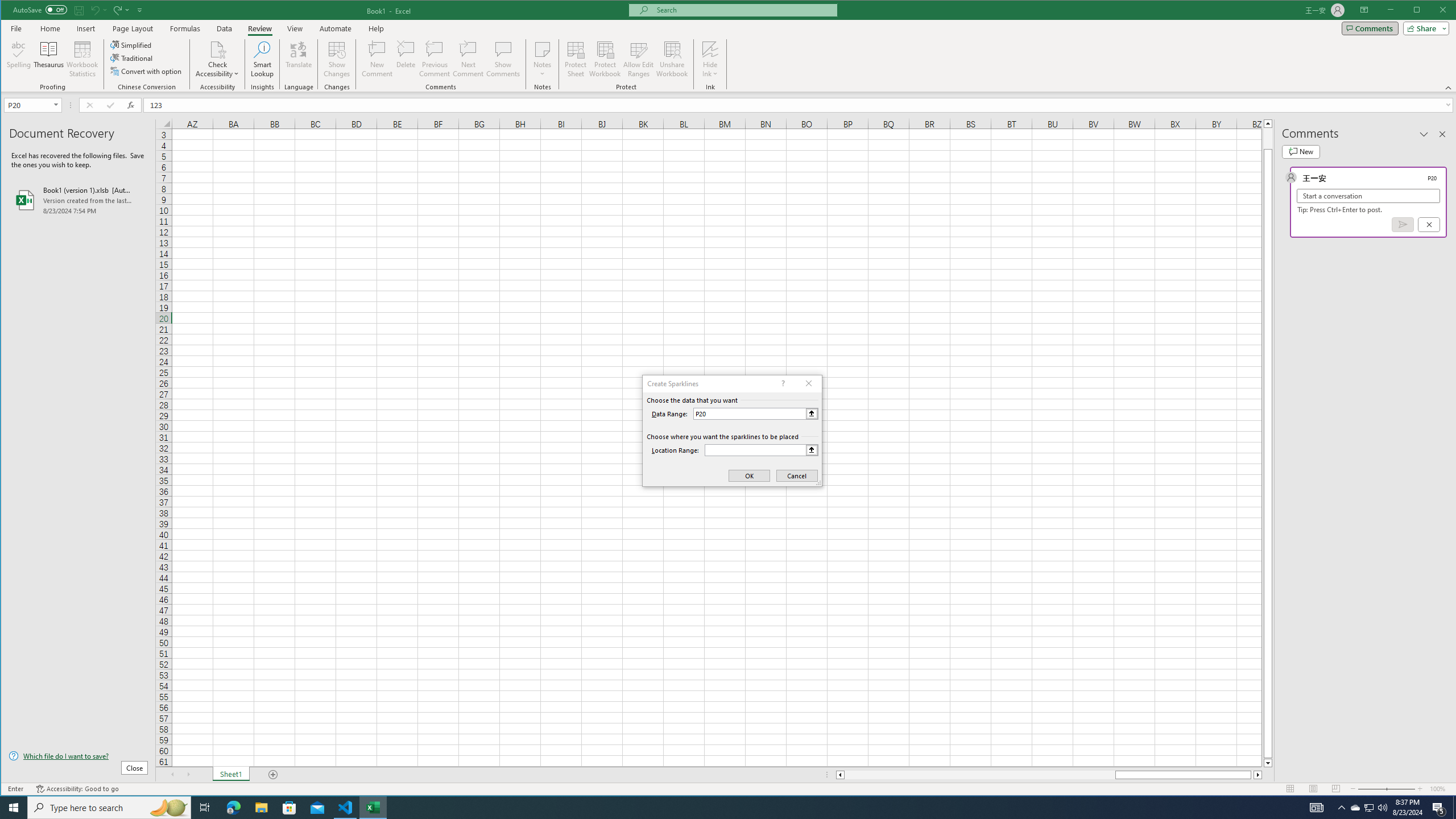  Describe the element at coordinates (742, 10) in the screenshot. I see `'Microsoft search'` at that location.